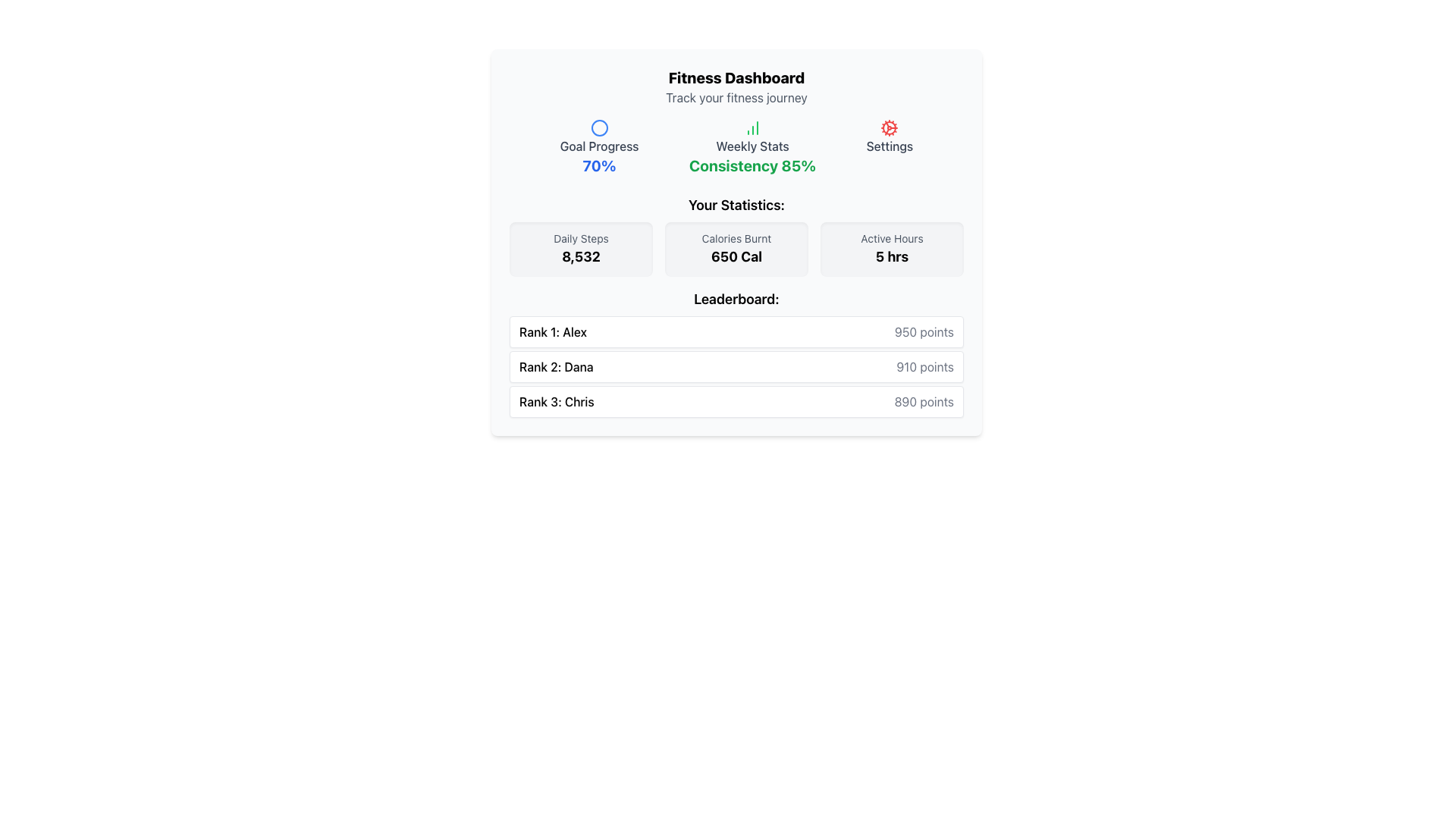 The height and width of the screenshot is (819, 1456). I want to click on the text label that describes the number of daily steps in the 'Your Statistics' section of the Fitness Dashboard interface, so click(580, 239).